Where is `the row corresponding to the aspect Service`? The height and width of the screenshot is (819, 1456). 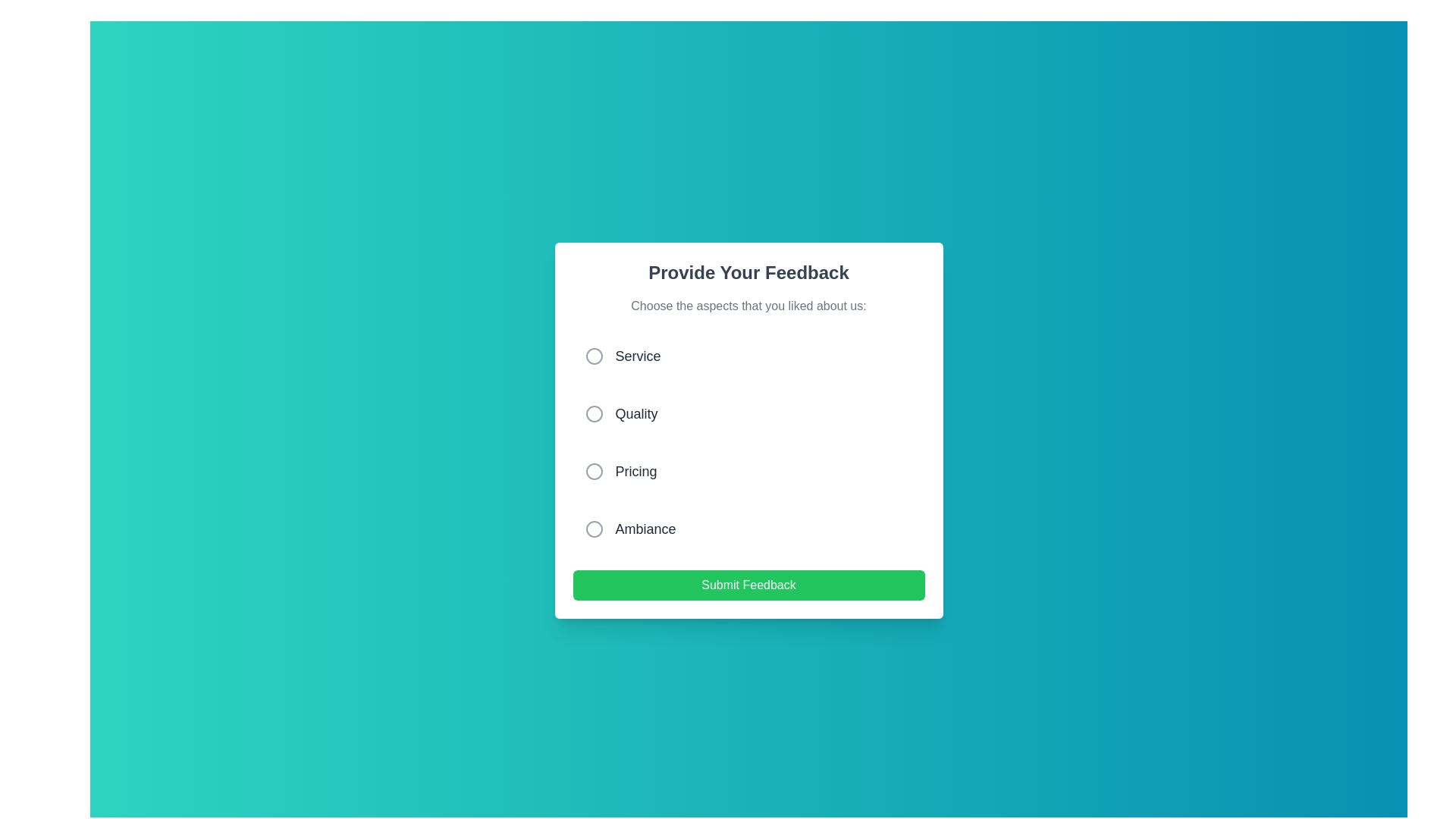
the row corresponding to the aspect Service is located at coordinates (748, 356).